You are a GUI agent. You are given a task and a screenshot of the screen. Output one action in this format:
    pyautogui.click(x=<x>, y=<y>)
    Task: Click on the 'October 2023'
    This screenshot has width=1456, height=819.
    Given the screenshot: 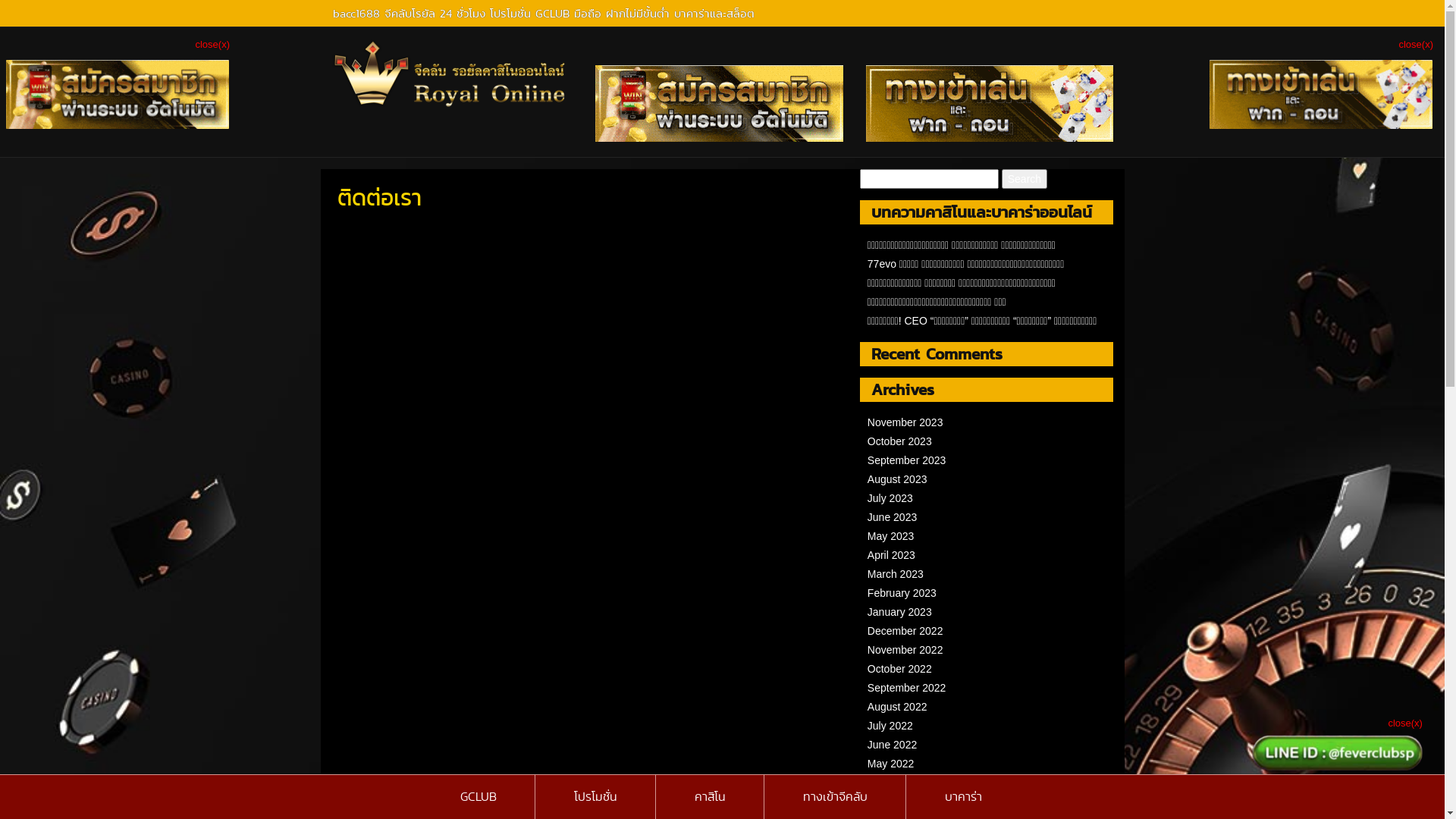 What is the action you would take?
    pyautogui.click(x=899, y=441)
    